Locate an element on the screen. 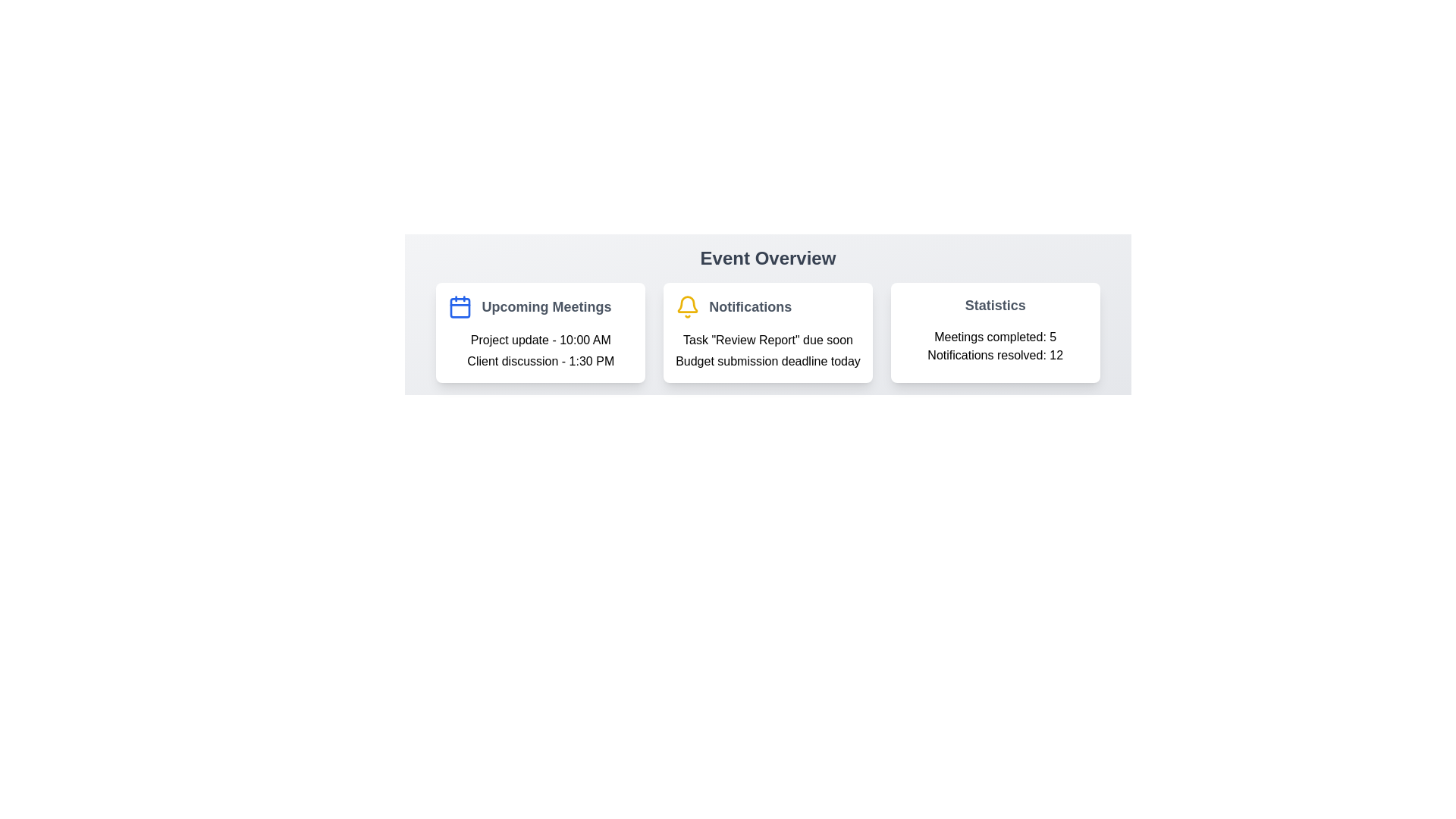  notifications displayed in the Notifications panel, which is styled with a white background and contains a title in bold gray text with a yellow bell icon is located at coordinates (767, 332).